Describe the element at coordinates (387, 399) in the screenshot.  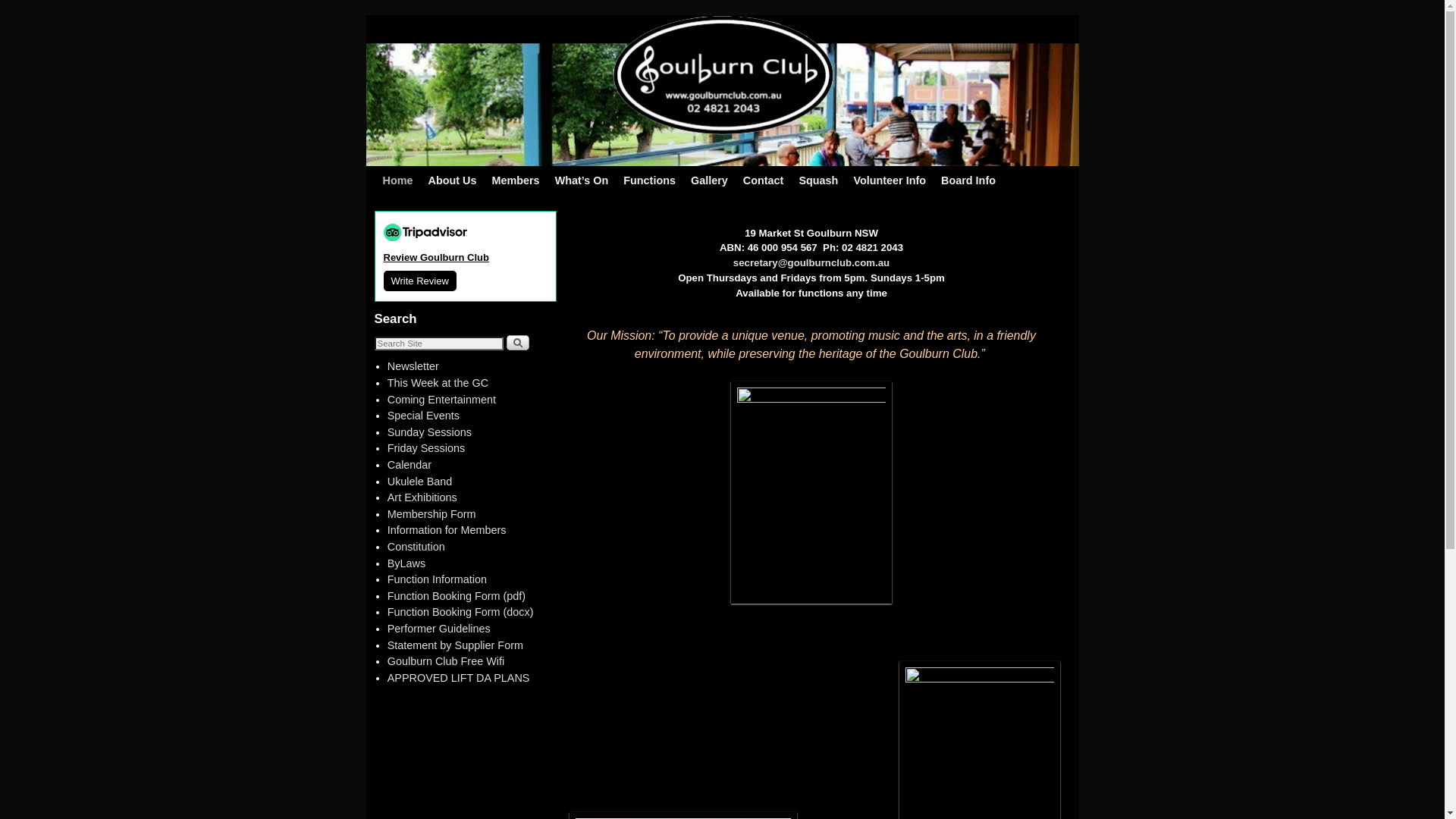
I see `'Coming Entertainment'` at that location.